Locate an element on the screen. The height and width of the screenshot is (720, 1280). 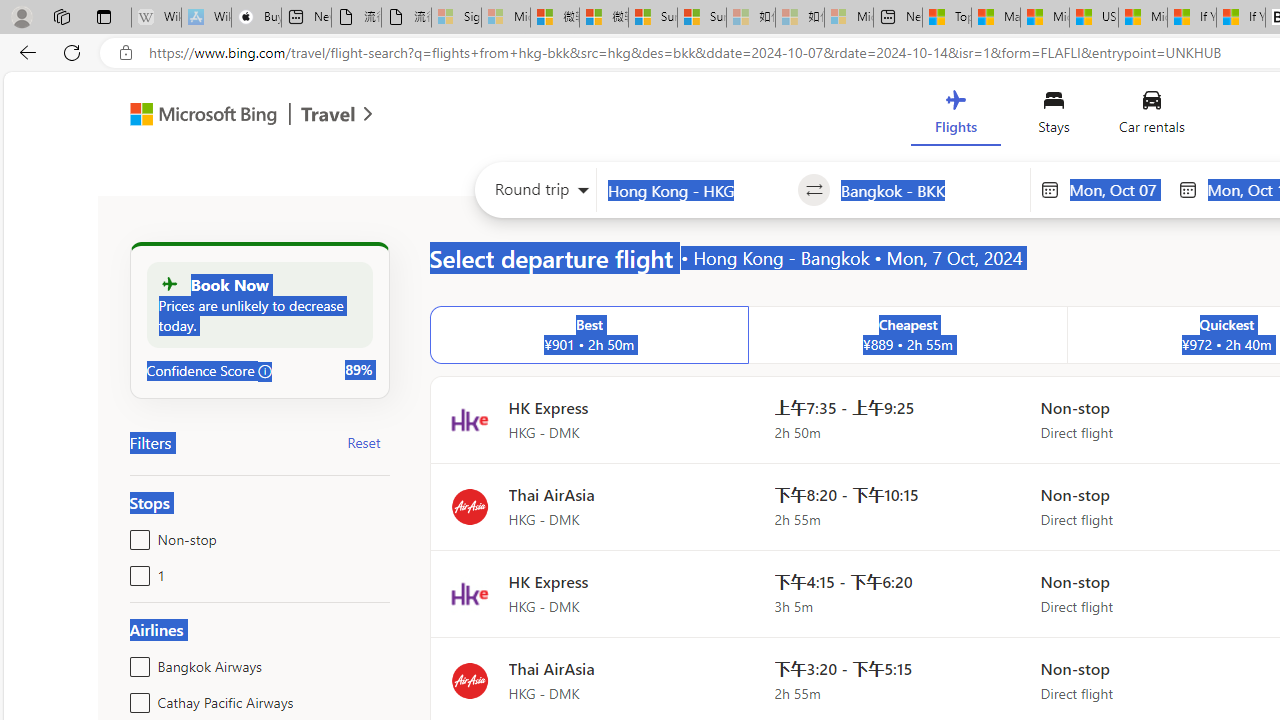
'Select trip type' is located at coordinates (536, 194).